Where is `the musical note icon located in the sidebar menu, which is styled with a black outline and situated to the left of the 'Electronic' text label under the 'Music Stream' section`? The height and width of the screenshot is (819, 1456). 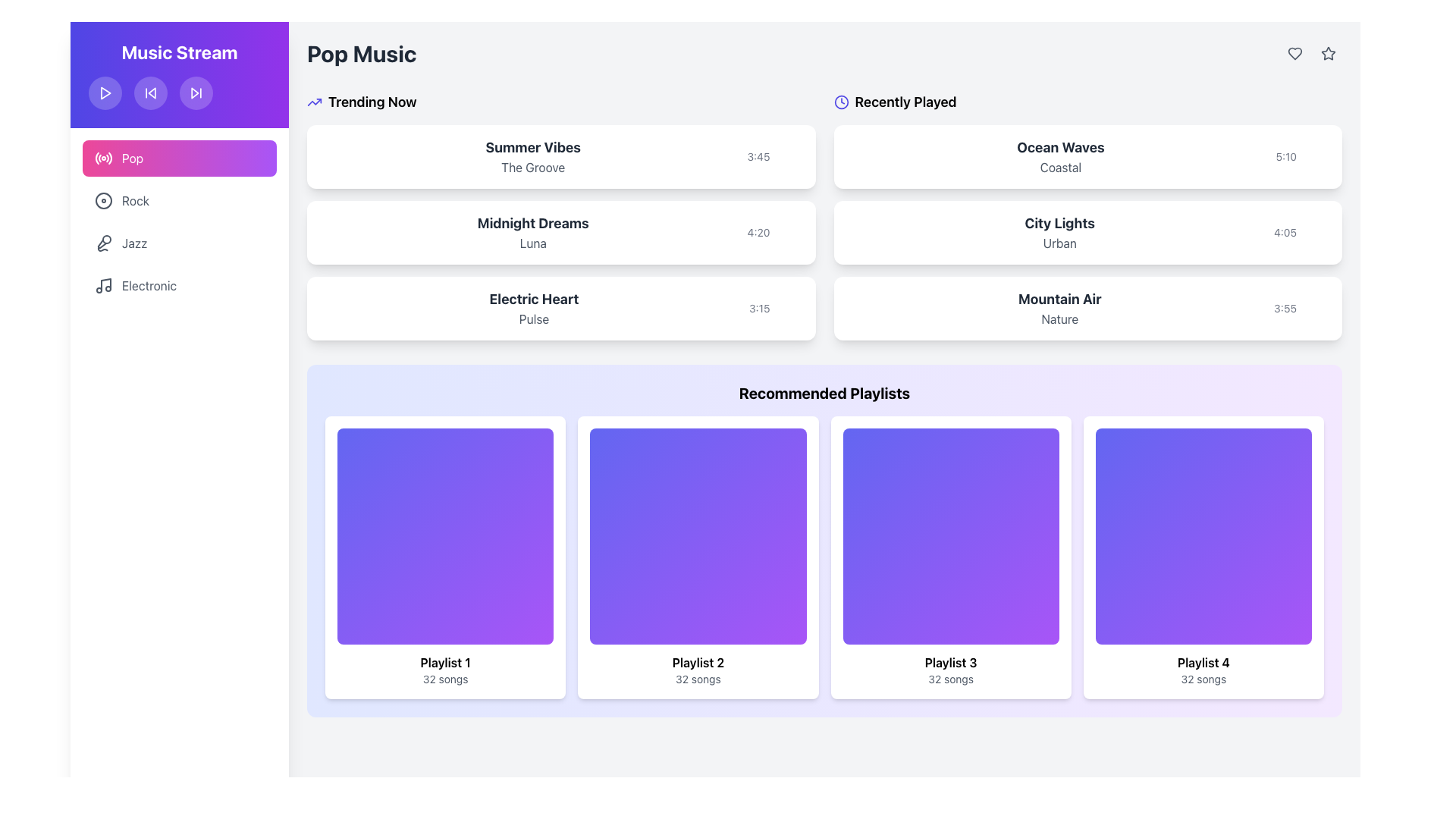
the musical note icon located in the sidebar menu, which is styled with a black outline and situated to the left of the 'Electronic' text label under the 'Music Stream' section is located at coordinates (103, 286).